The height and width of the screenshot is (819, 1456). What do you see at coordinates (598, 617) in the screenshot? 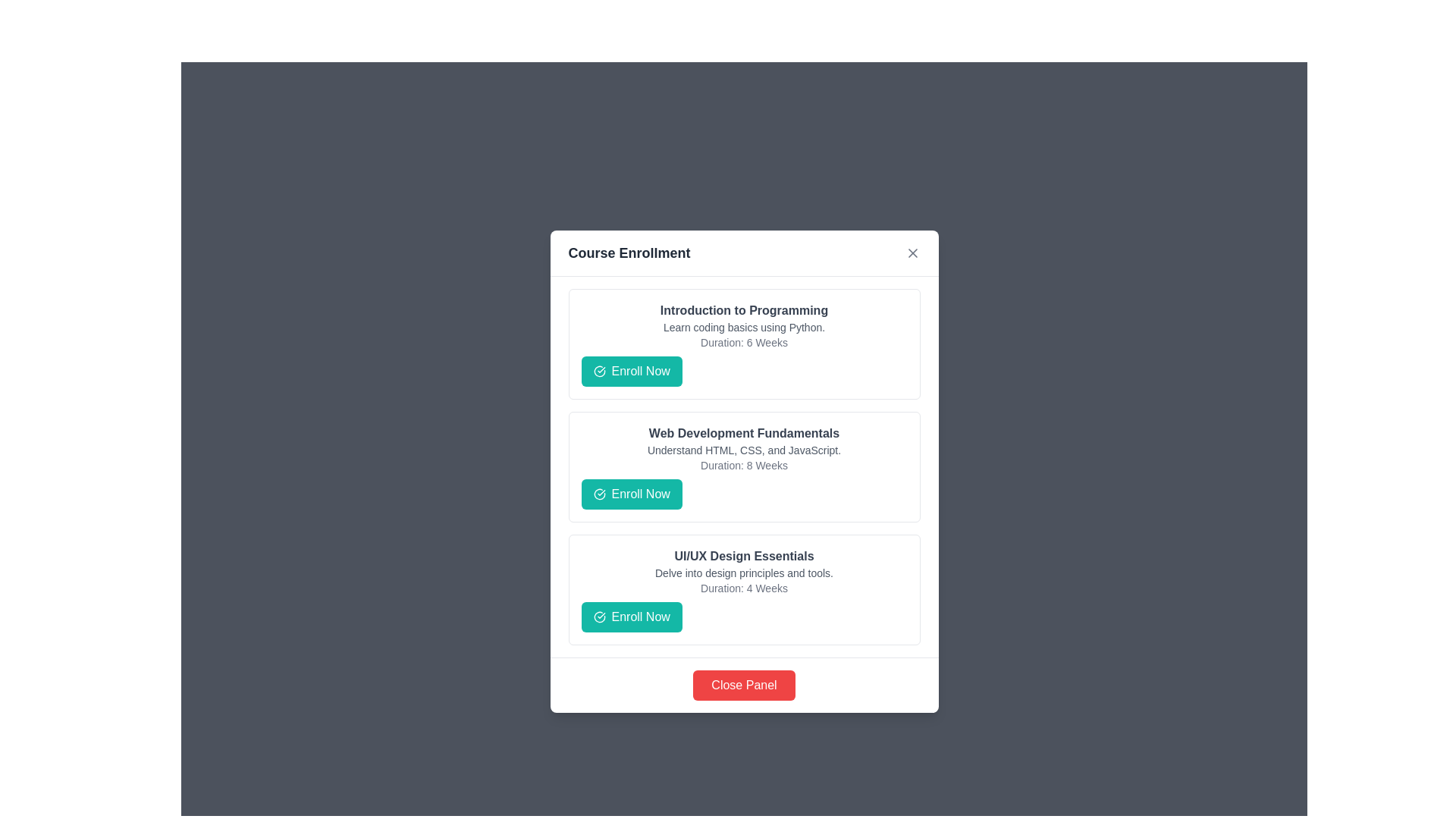
I see `the circular icon with a checkmark inside it, which represents completion, located to the left of the 'Enroll Now' label for the 'UI/UX Design Essentials' course` at bounding box center [598, 617].